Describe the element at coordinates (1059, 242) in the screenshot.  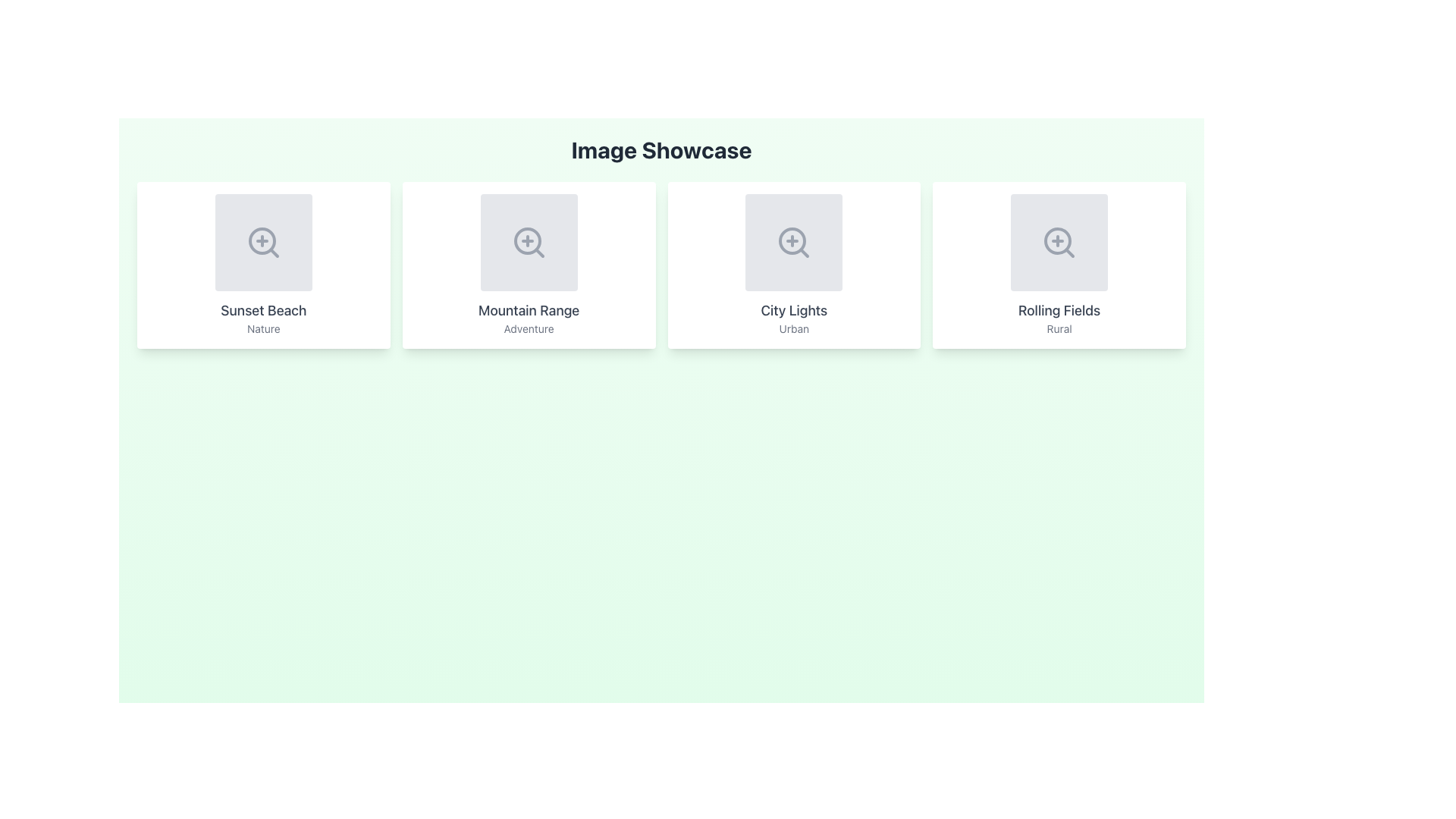
I see `the icon button featuring a magnifying glass with a plus symbol, located in the fourth card labeled 'Rolling Fields'` at that location.